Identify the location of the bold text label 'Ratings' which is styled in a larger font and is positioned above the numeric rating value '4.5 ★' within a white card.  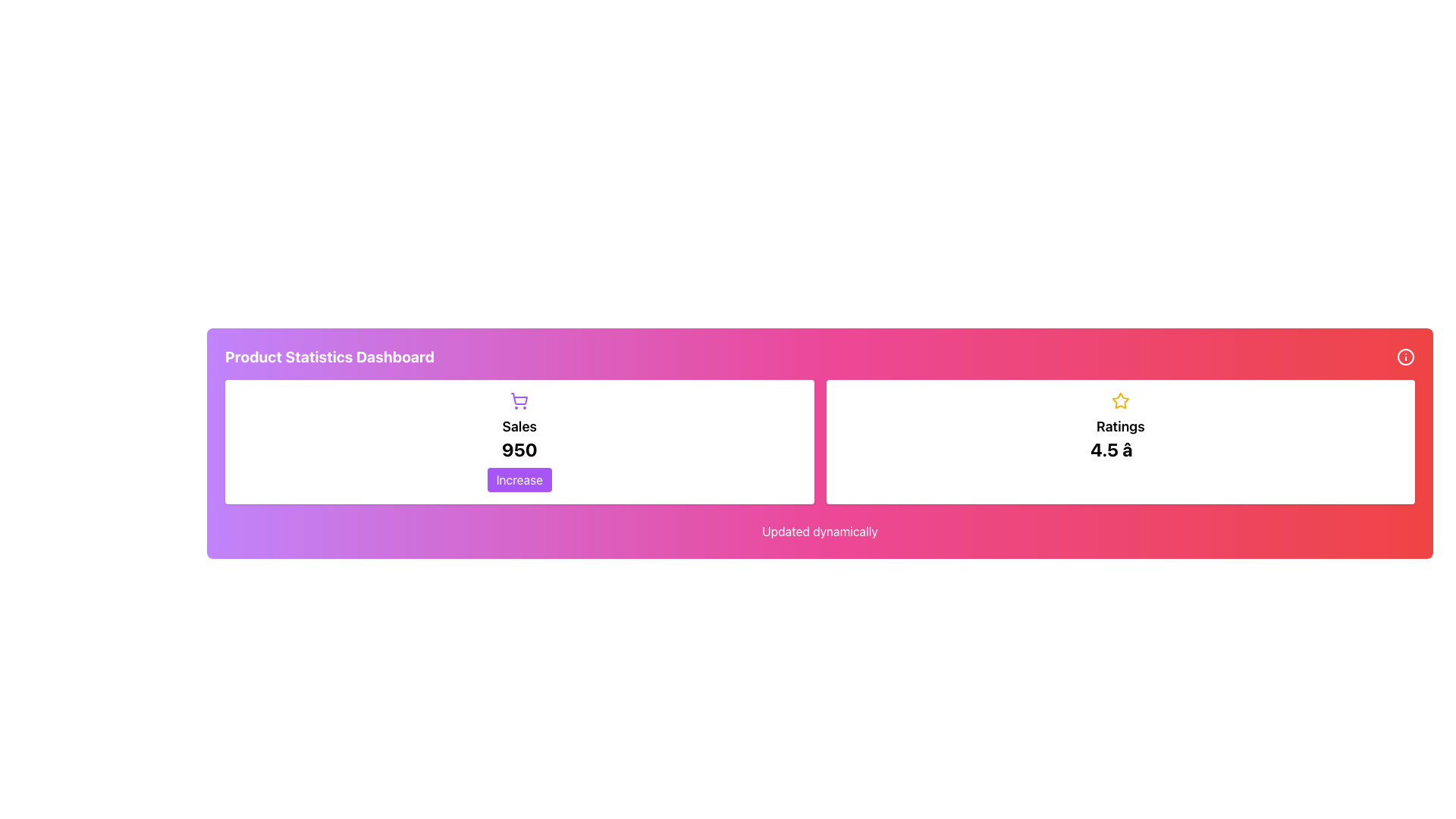
(1120, 427).